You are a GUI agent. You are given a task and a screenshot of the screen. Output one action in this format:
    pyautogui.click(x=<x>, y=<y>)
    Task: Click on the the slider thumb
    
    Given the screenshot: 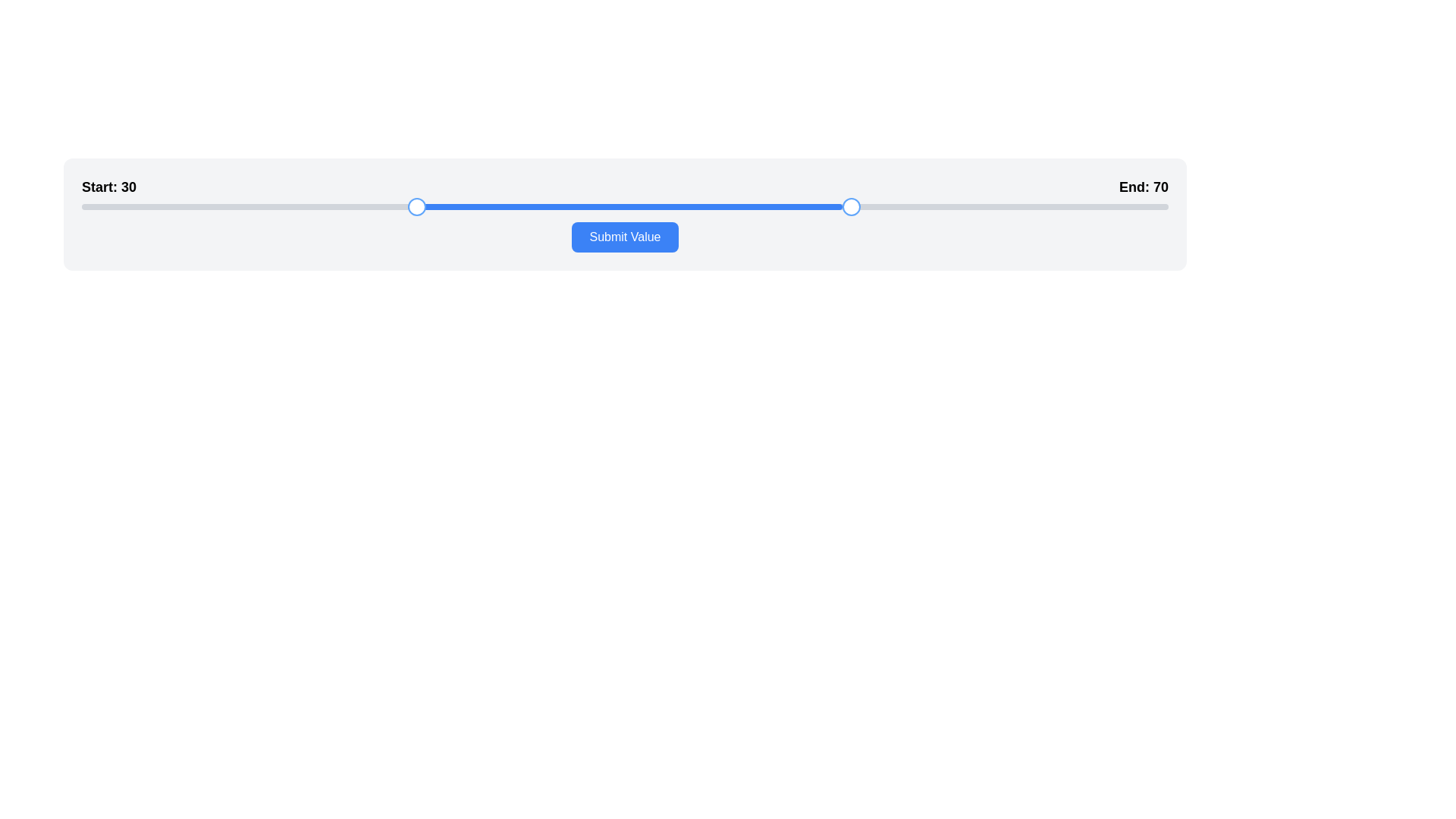 What is the action you would take?
    pyautogui.click(x=259, y=207)
    